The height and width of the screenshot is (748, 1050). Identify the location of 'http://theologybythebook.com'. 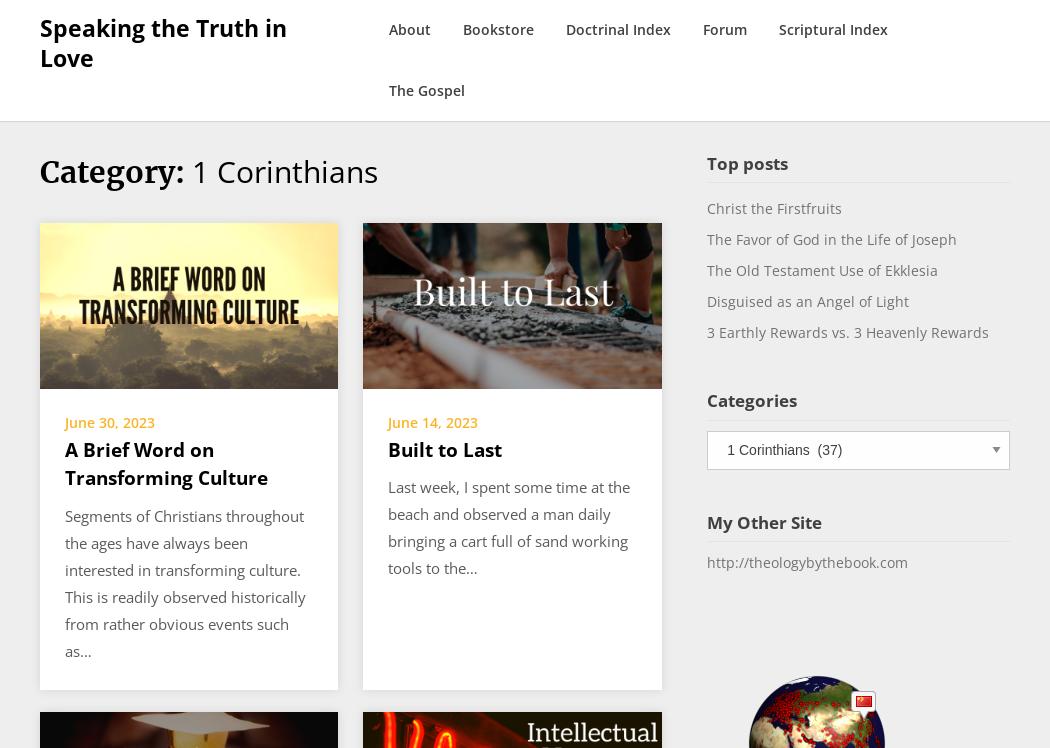
(805, 562).